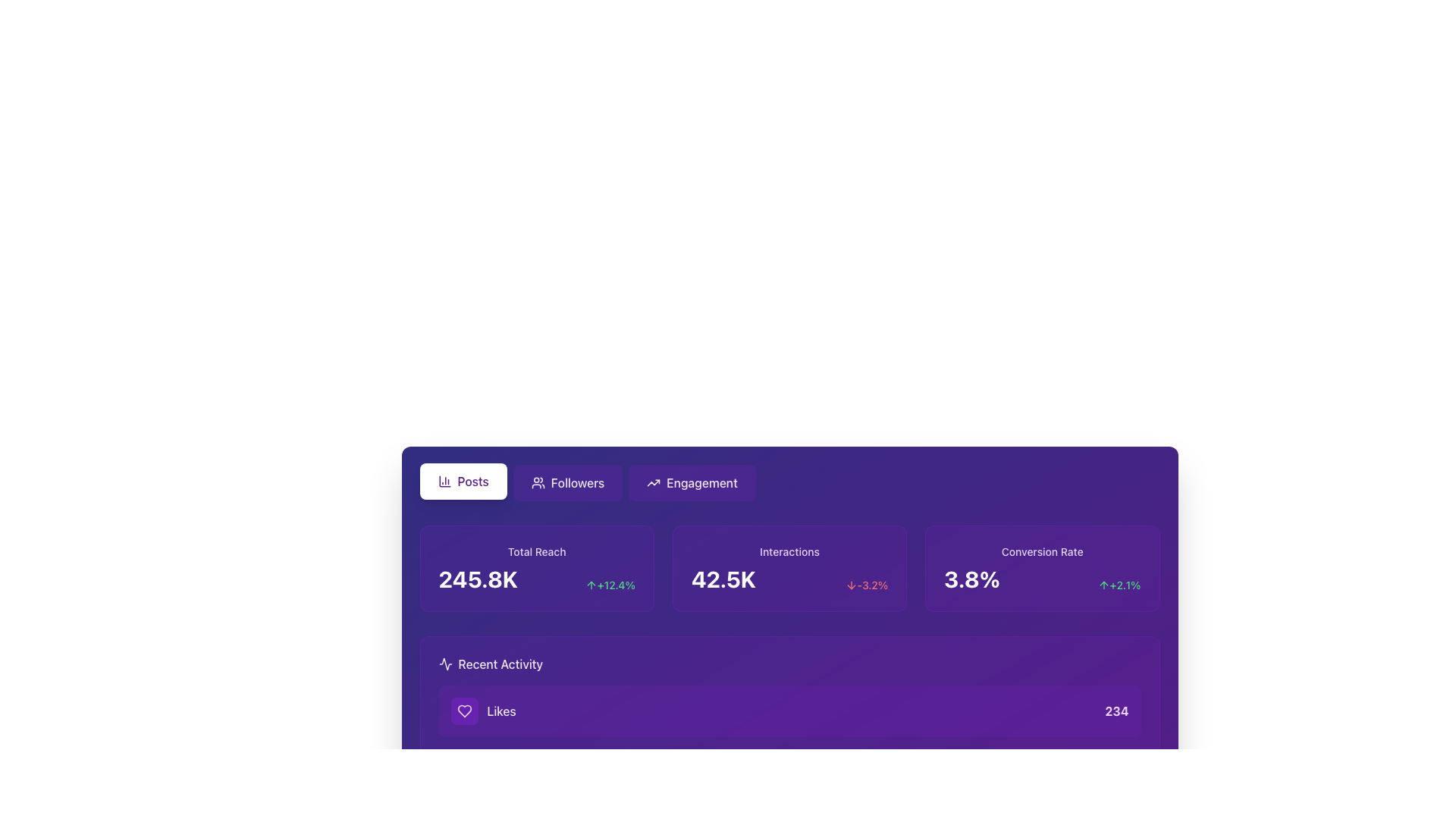 The width and height of the screenshot is (1456, 819). What do you see at coordinates (1103, 584) in the screenshot?
I see `the green upward arrow icon located to the left of the text '+2.1%' in the bottom-right card of the dashboard` at bounding box center [1103, 584].